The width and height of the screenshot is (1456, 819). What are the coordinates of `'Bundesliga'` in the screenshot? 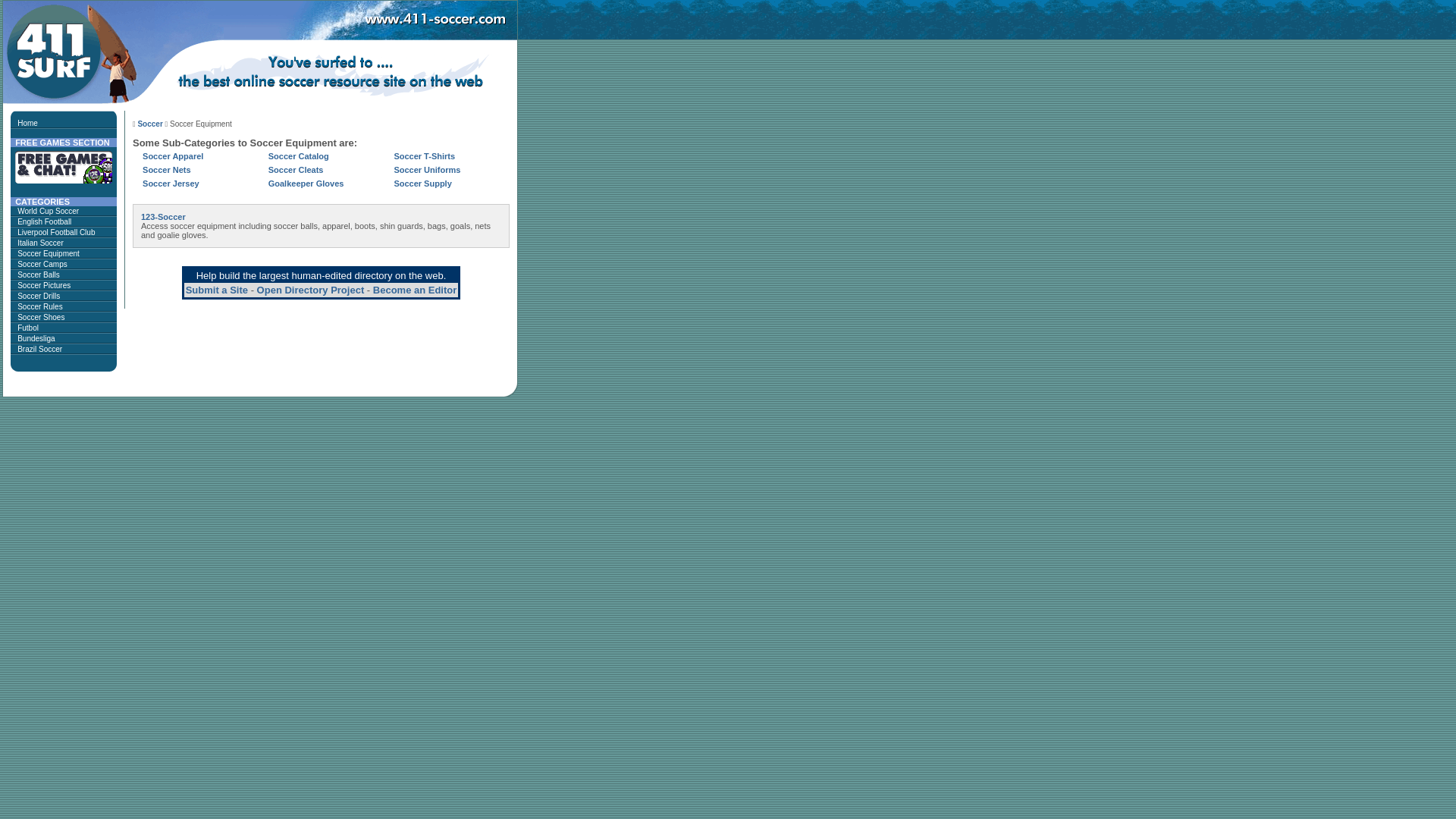 It's located at (36, 337).